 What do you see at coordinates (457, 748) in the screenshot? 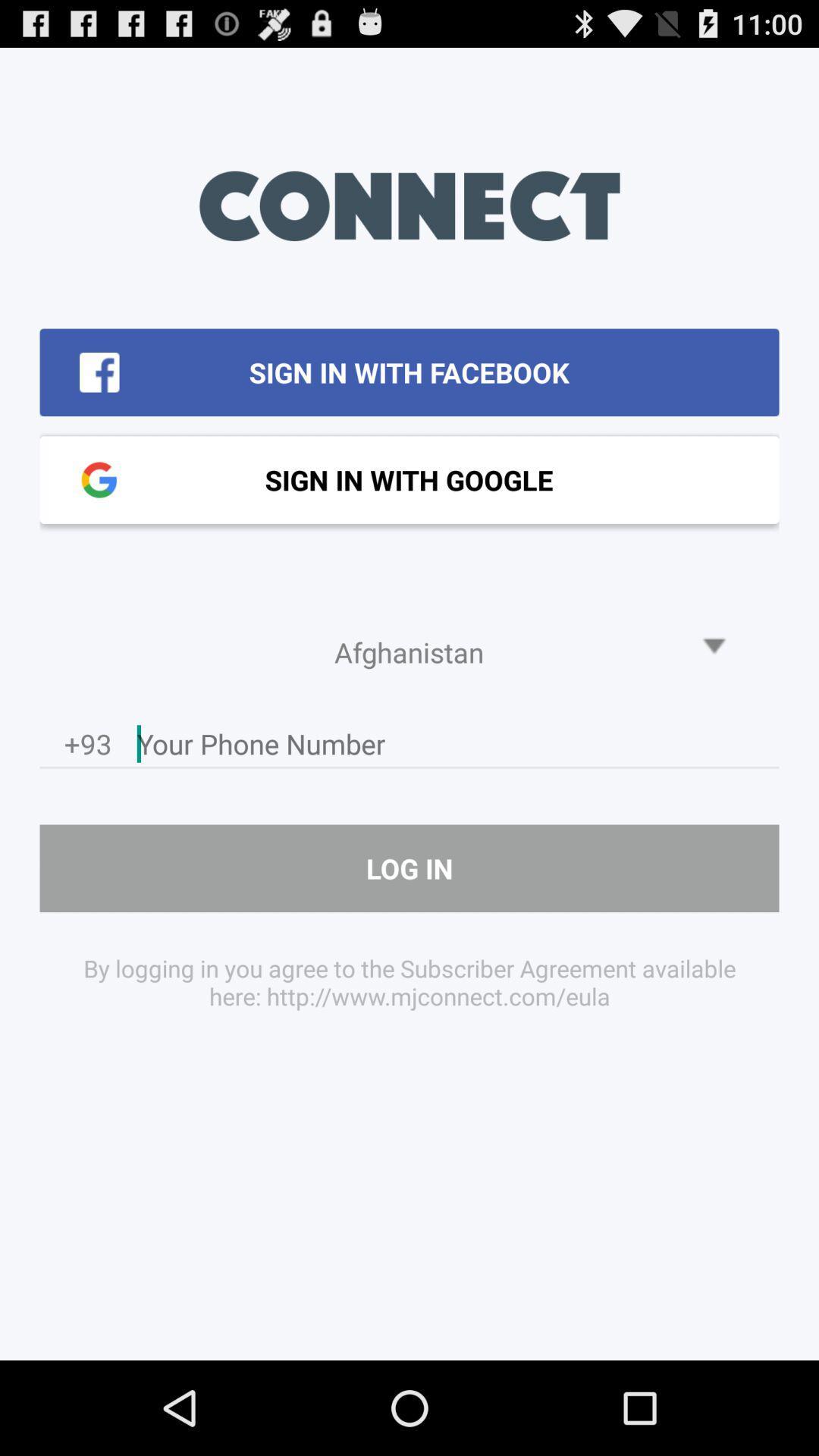
I see `the icon below afghanistan item` at bounding box center [457, 748].